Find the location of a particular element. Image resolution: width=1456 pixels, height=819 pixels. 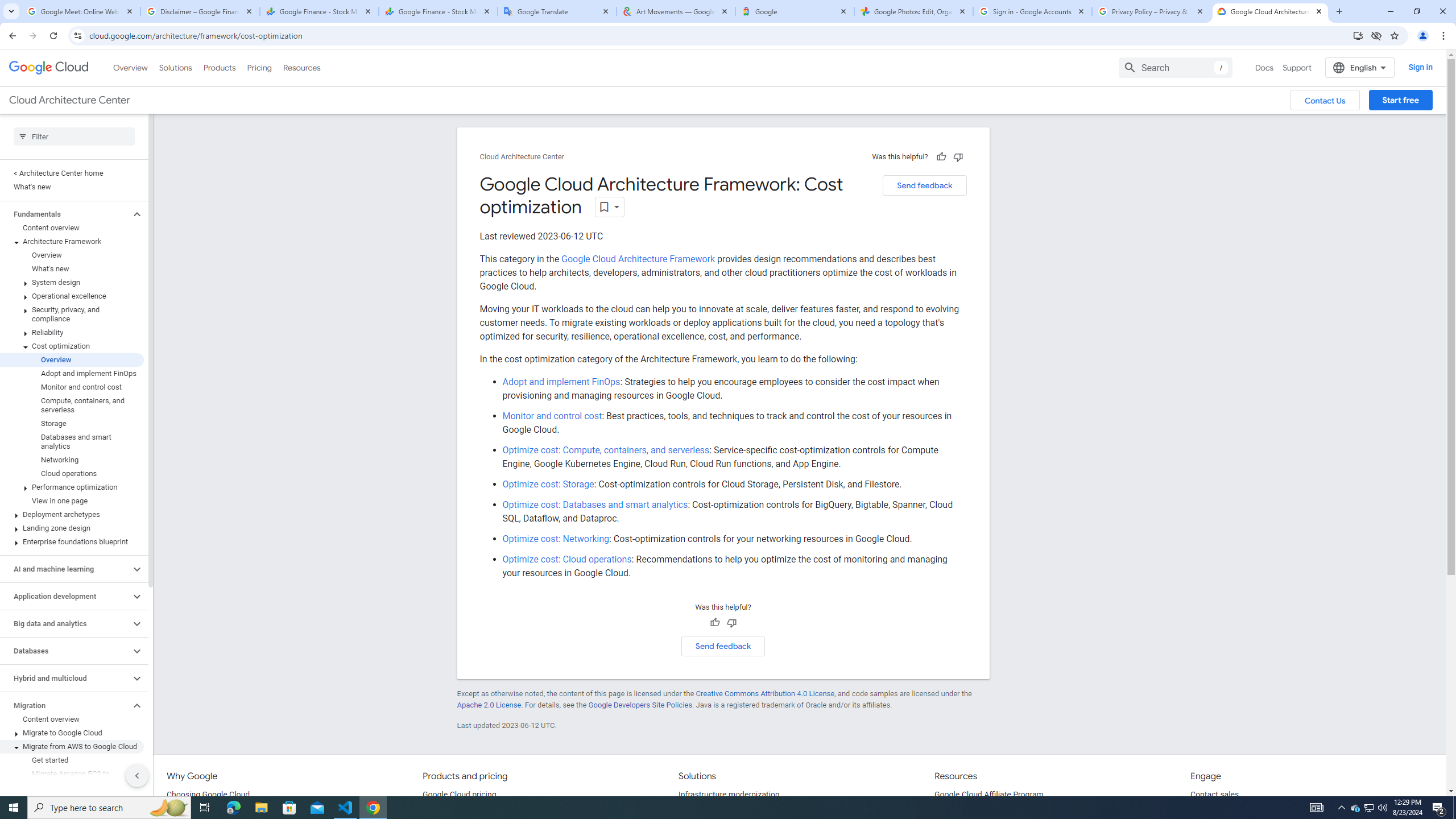

'Deployment archetypes' is located at coordinates (72, 514).